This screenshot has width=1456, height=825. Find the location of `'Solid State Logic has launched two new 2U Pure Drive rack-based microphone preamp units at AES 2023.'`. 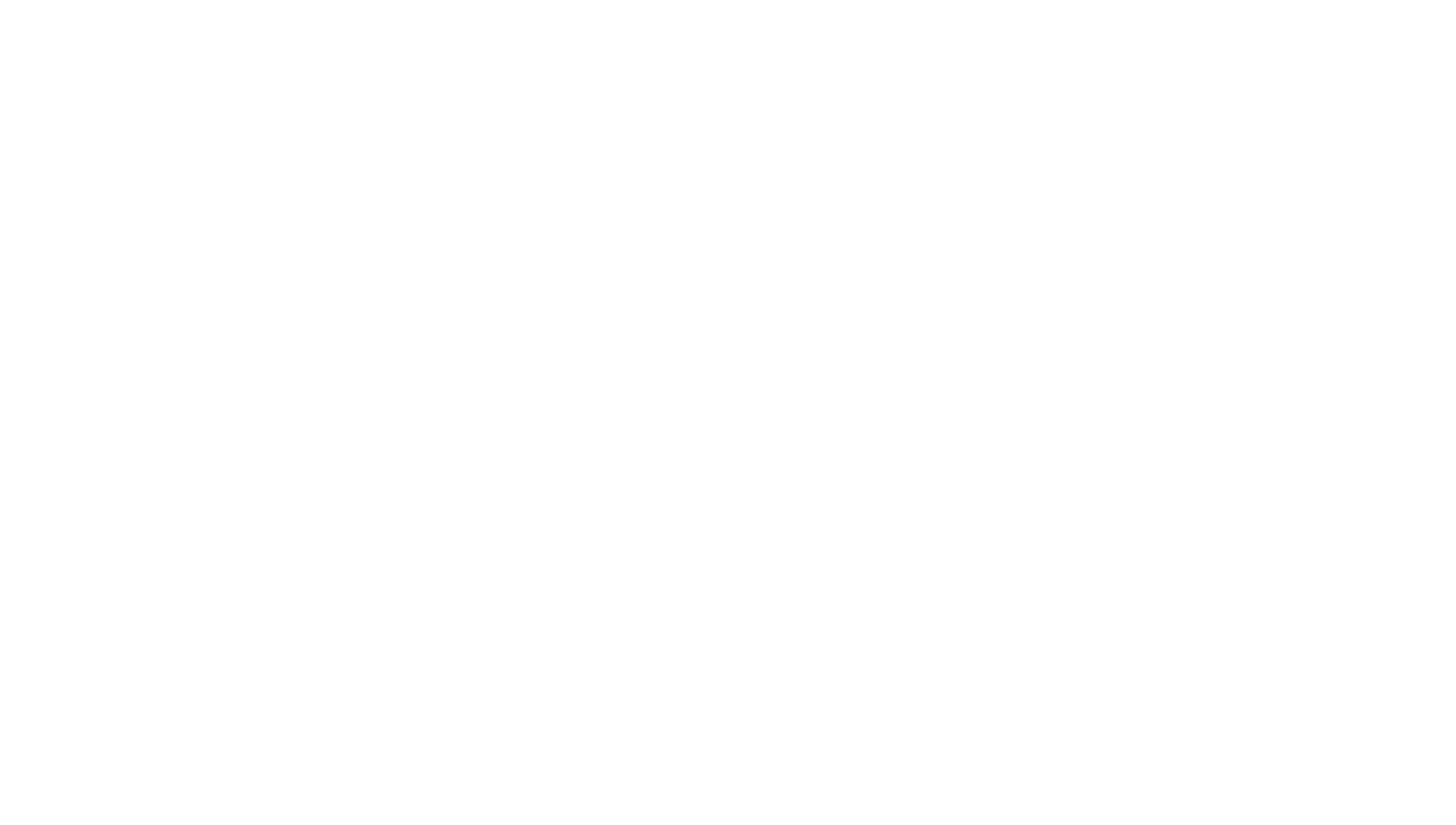

'Solid State Logic has launched two new 2U Pure Drive rack-based microphone preamp units at AES 2023.' is located at coordinates (657, 342).